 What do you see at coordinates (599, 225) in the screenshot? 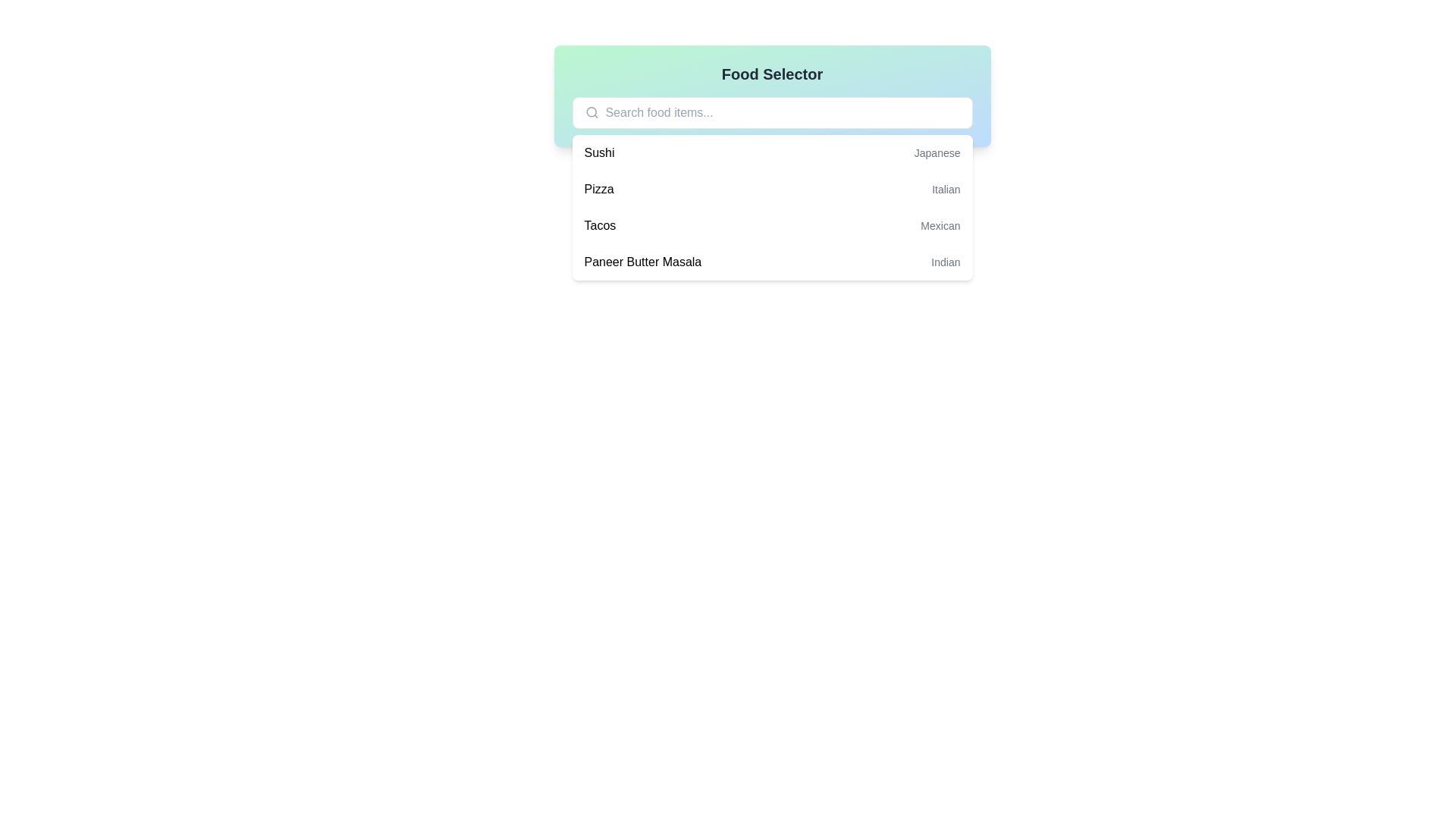
I see `on the 'Tacos' text element, which is the first item in a dropdown menu of food items, displayed in bold black font on a white background` at bounding box center [599, 225].